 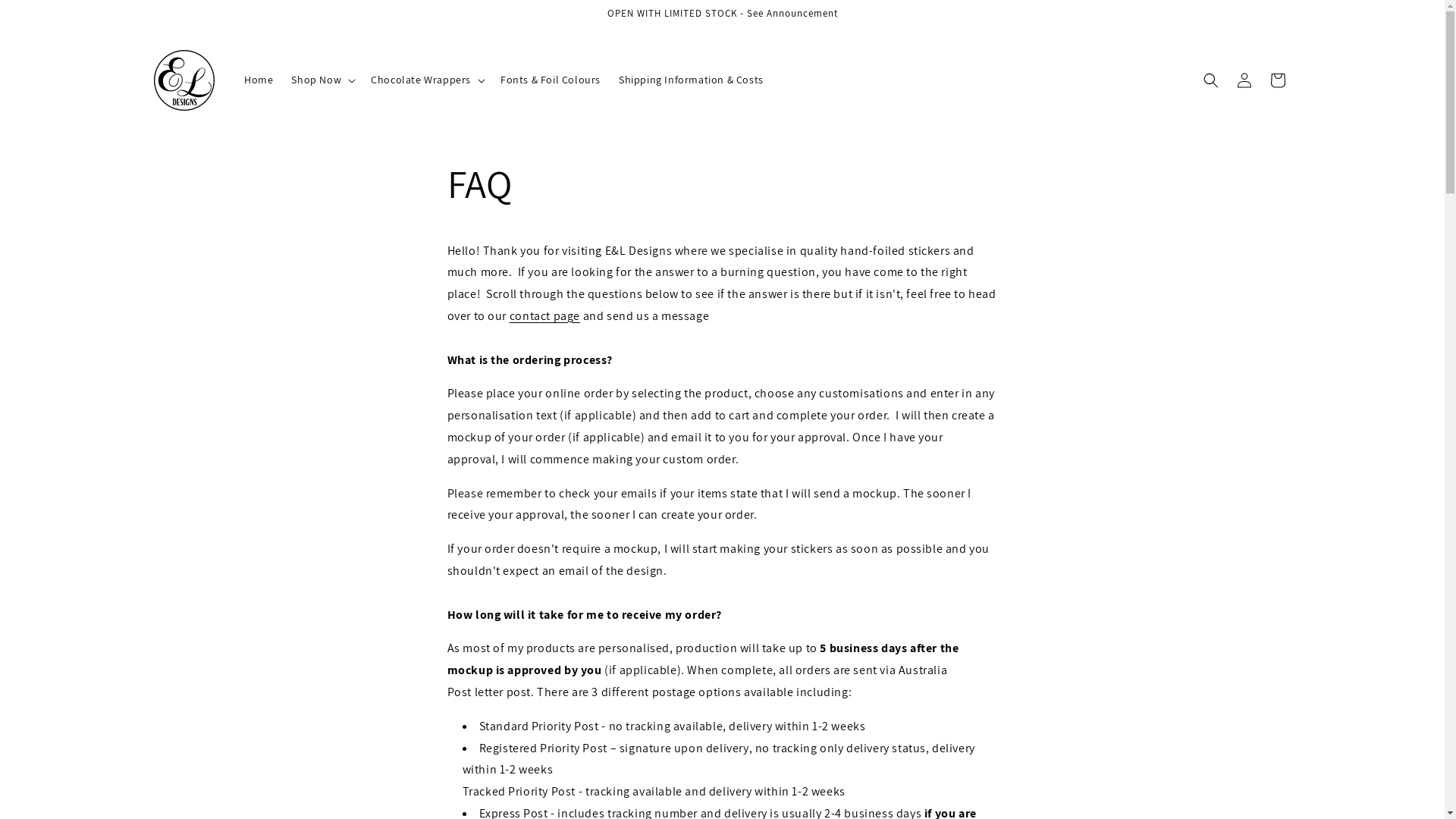 What do you see at coordinates (690, 79) in the screenshot?
I see `'Shipping Information & Costs'` at bounding box center [690, 79].